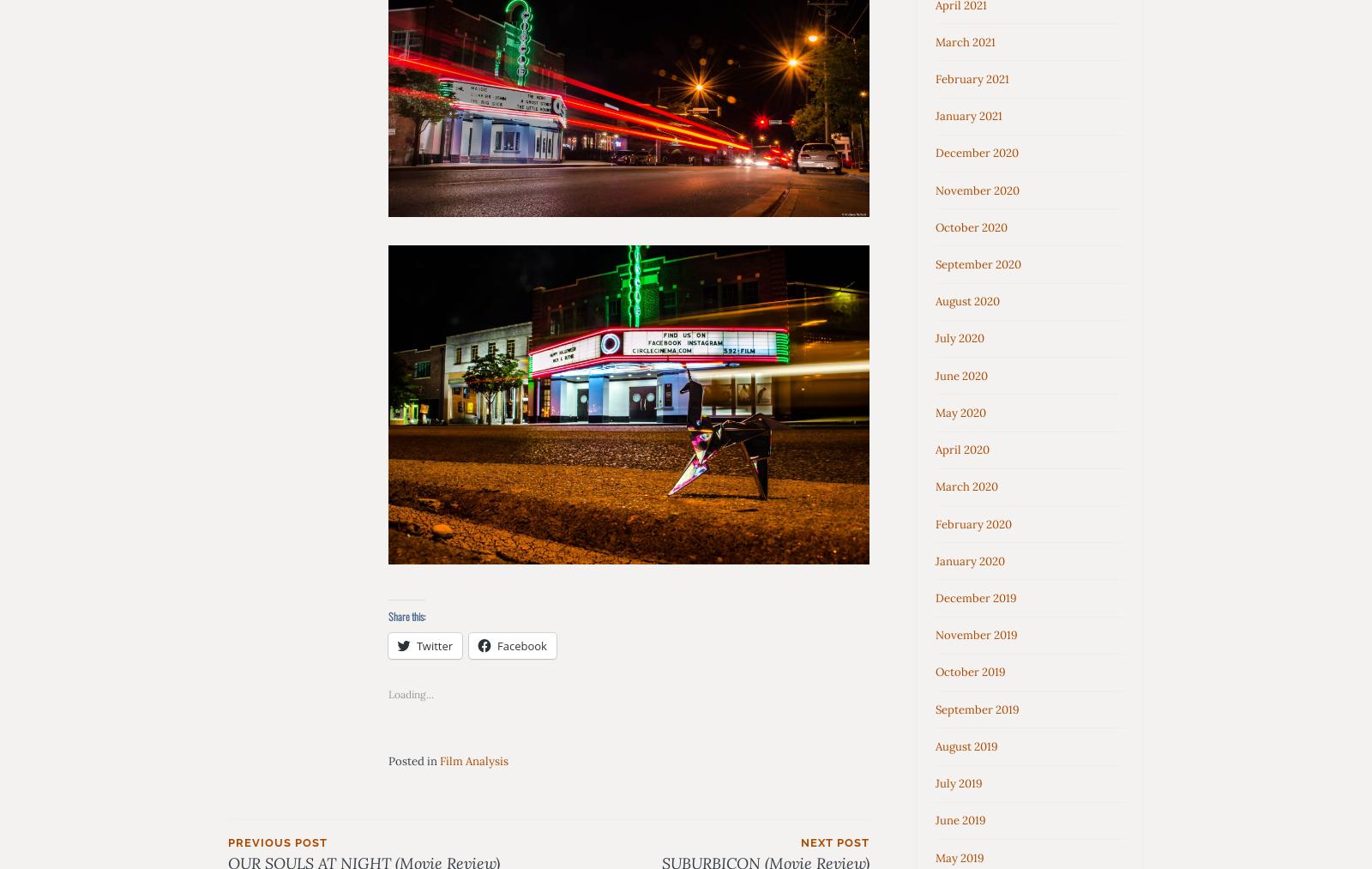 The width and height of the screenshot is (1372, 869). I want to click on 'December 2020', so click(936, 153).